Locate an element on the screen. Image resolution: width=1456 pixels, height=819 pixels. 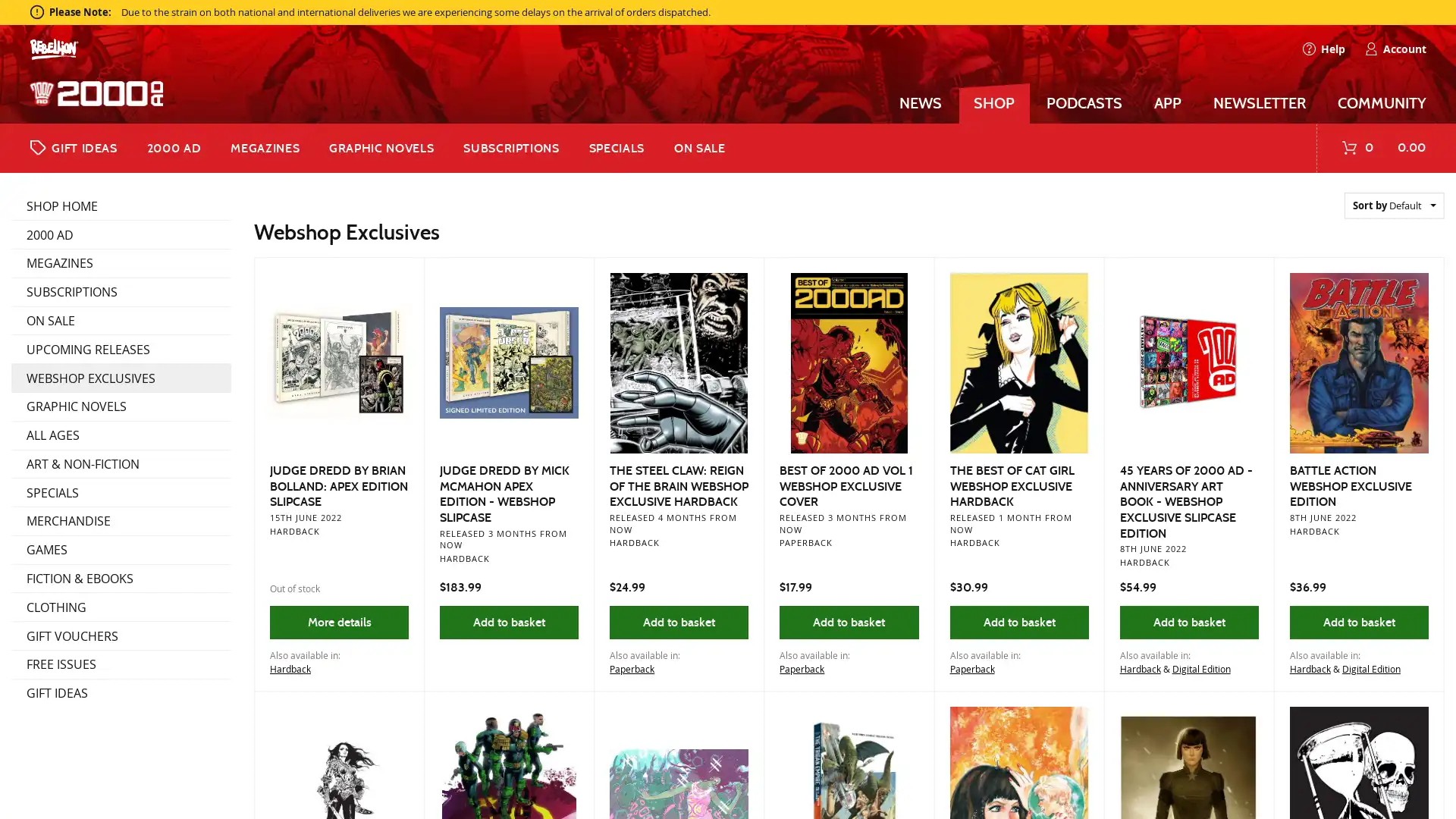
Add to basket is located at coordinates (1018, 622).